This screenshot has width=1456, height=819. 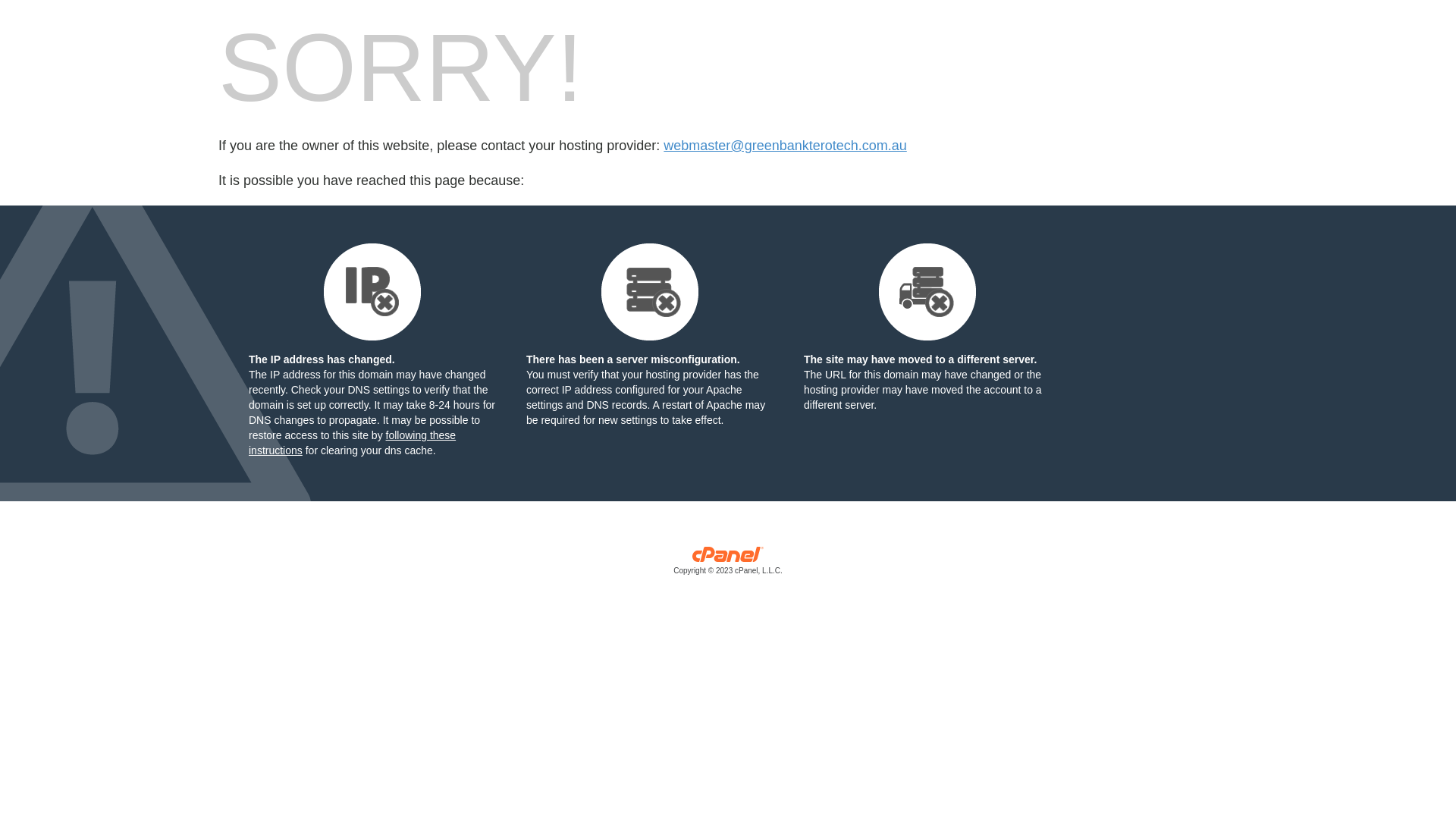 I want to click on 'webmaster@greenbankterotech.com.au', so click(x=785, y=146).